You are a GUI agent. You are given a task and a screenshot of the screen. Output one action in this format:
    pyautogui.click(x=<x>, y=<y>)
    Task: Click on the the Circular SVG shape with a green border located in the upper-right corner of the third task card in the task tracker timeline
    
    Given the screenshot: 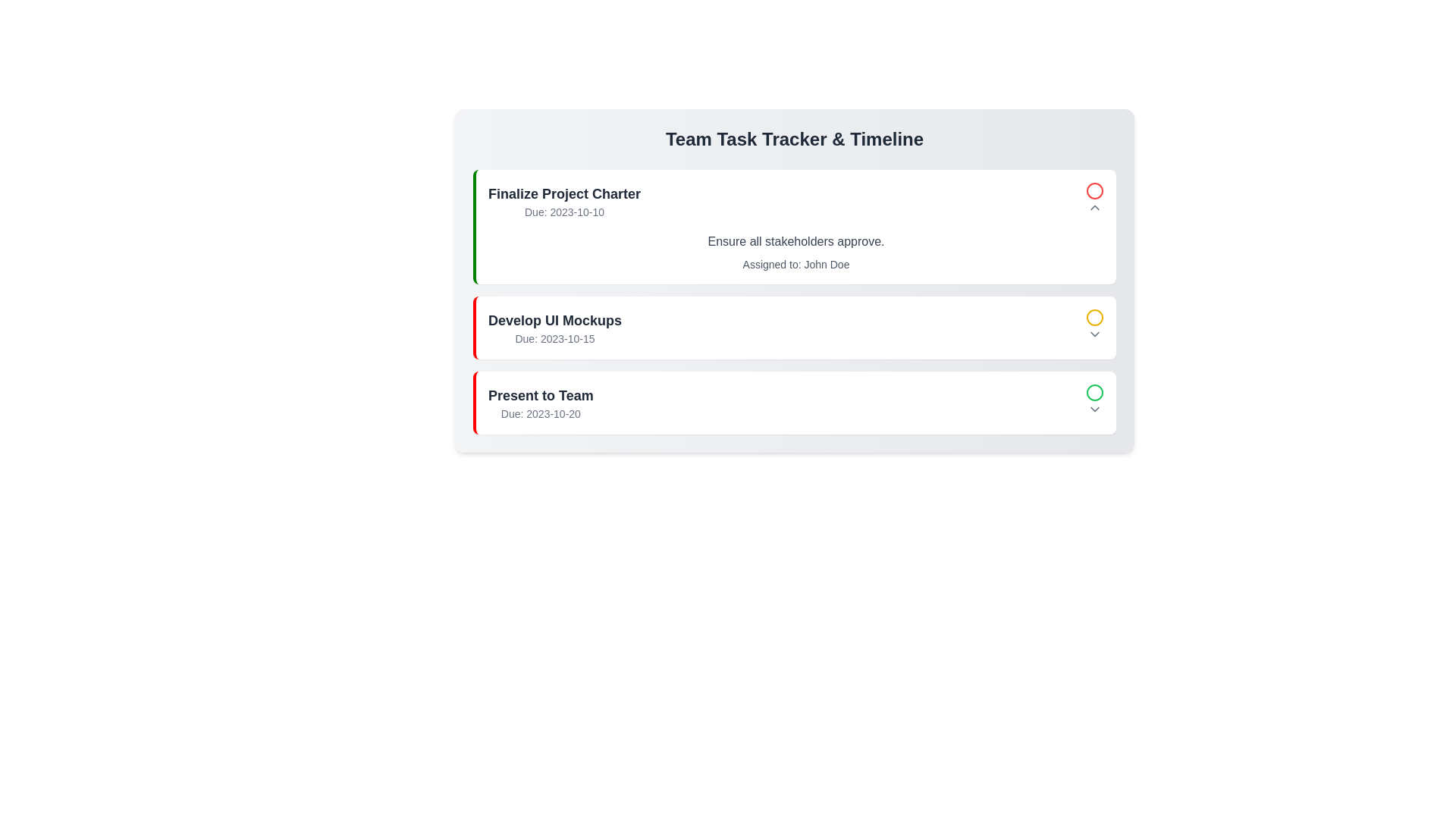 What is the action you would take?
    pyautogui.click(x=1095, y=391)
    